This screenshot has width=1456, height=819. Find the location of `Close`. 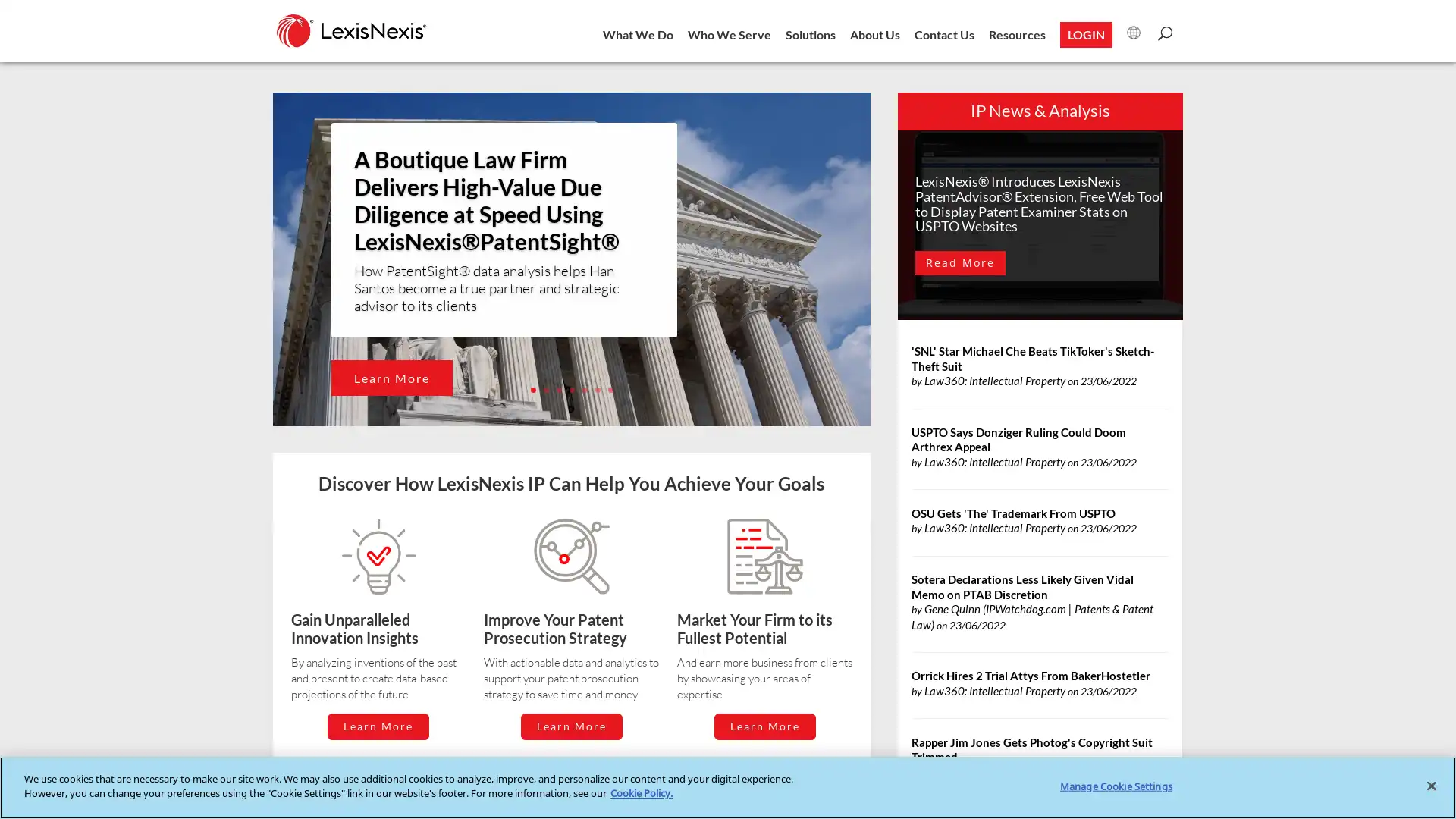

Close is located at coordinates (1430, 785).